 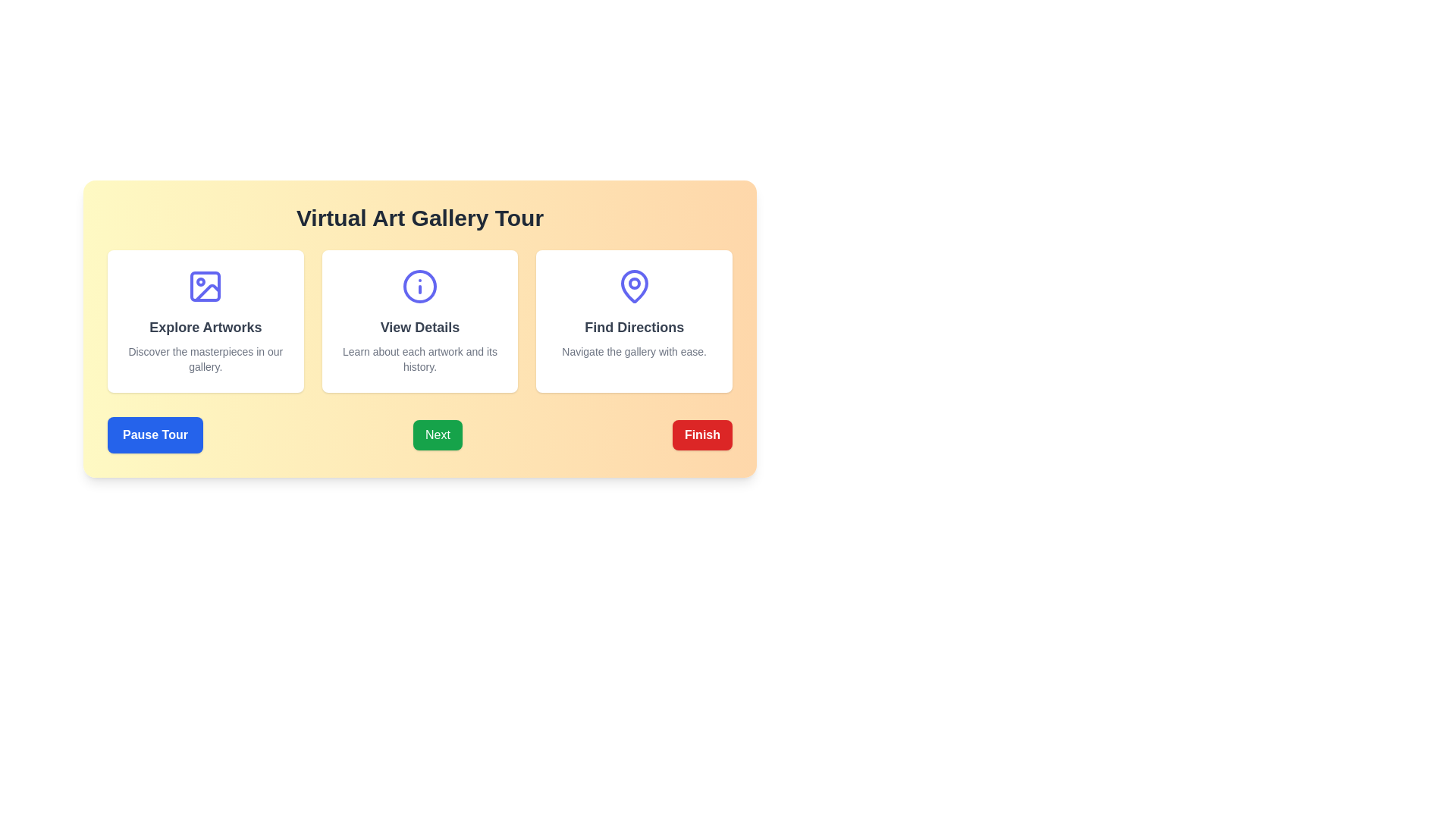 What do you see at coordinates (419, 287) in the screenshot?
I see `the Information icon located in the second card under the 'View Details' heading in the Virtual Art Gallery Tour interface` at bounding box center [419, 287].